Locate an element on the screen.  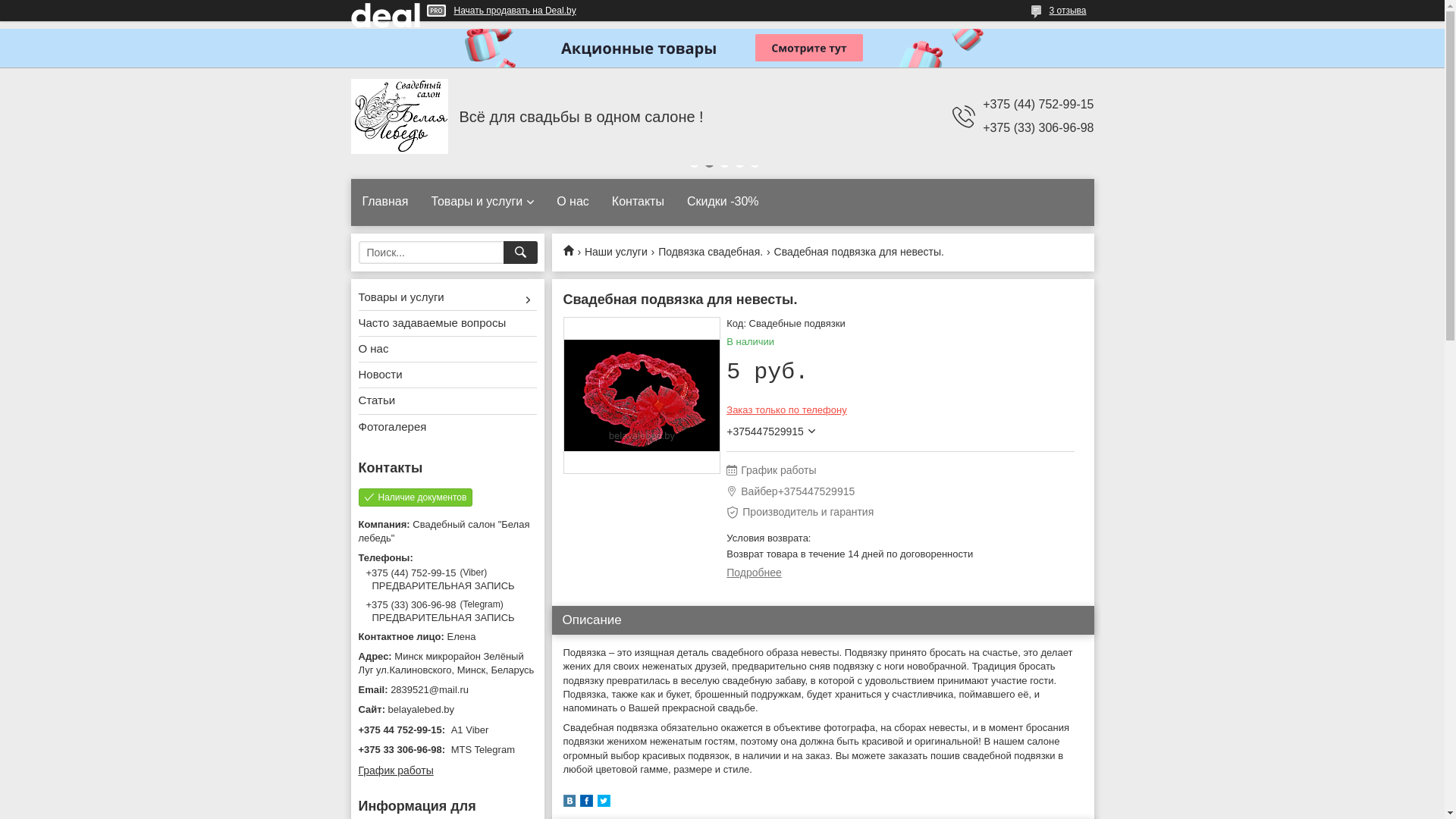
'belayalebed.by' is located at coordinates (446, 710).